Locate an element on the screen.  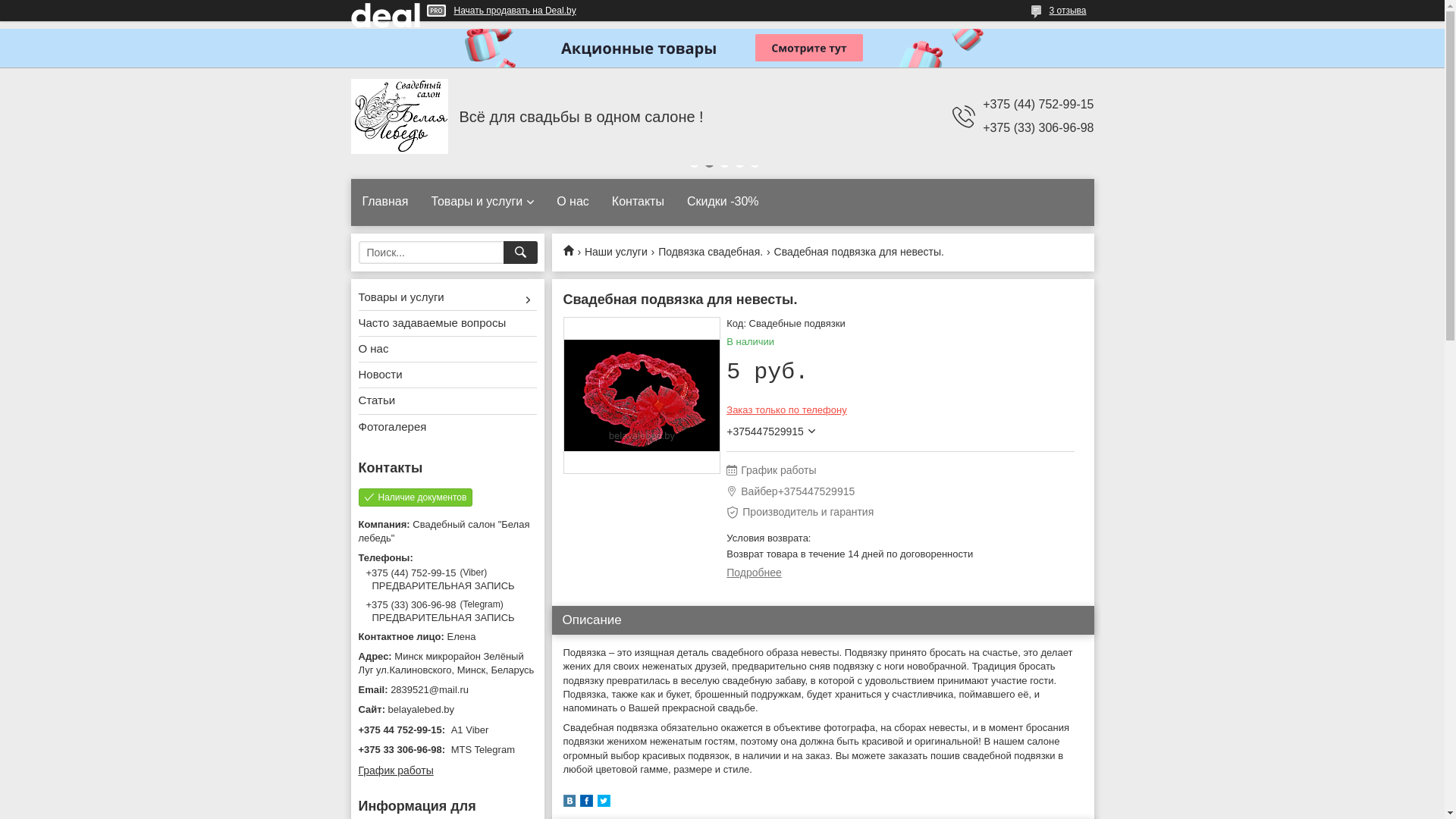
'belayalebed.by' is located at coordinates (446, 710).